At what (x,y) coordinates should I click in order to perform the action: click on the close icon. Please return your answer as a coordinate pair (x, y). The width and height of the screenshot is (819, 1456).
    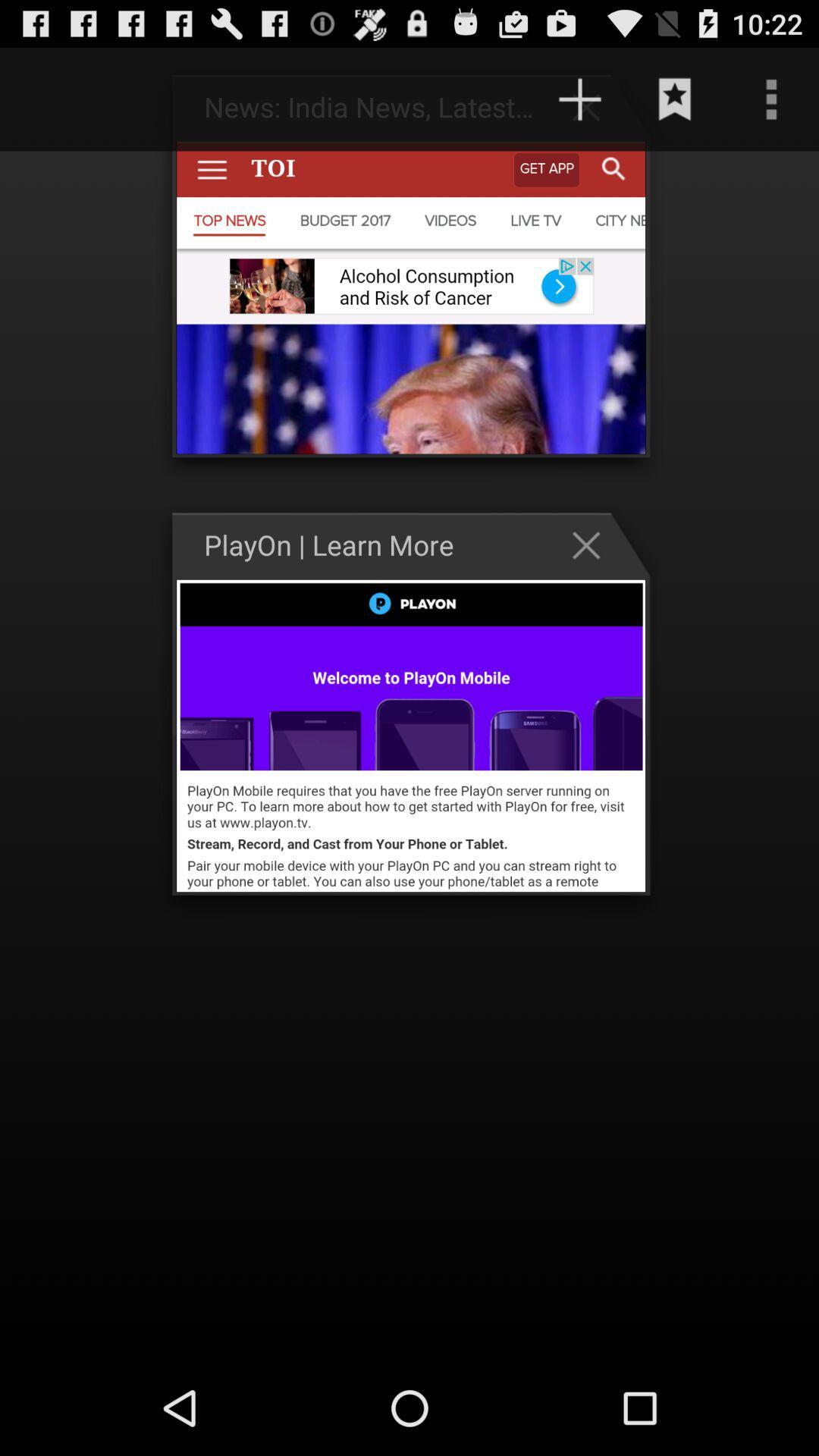
    Looking at the image, I should click on (593, 582).